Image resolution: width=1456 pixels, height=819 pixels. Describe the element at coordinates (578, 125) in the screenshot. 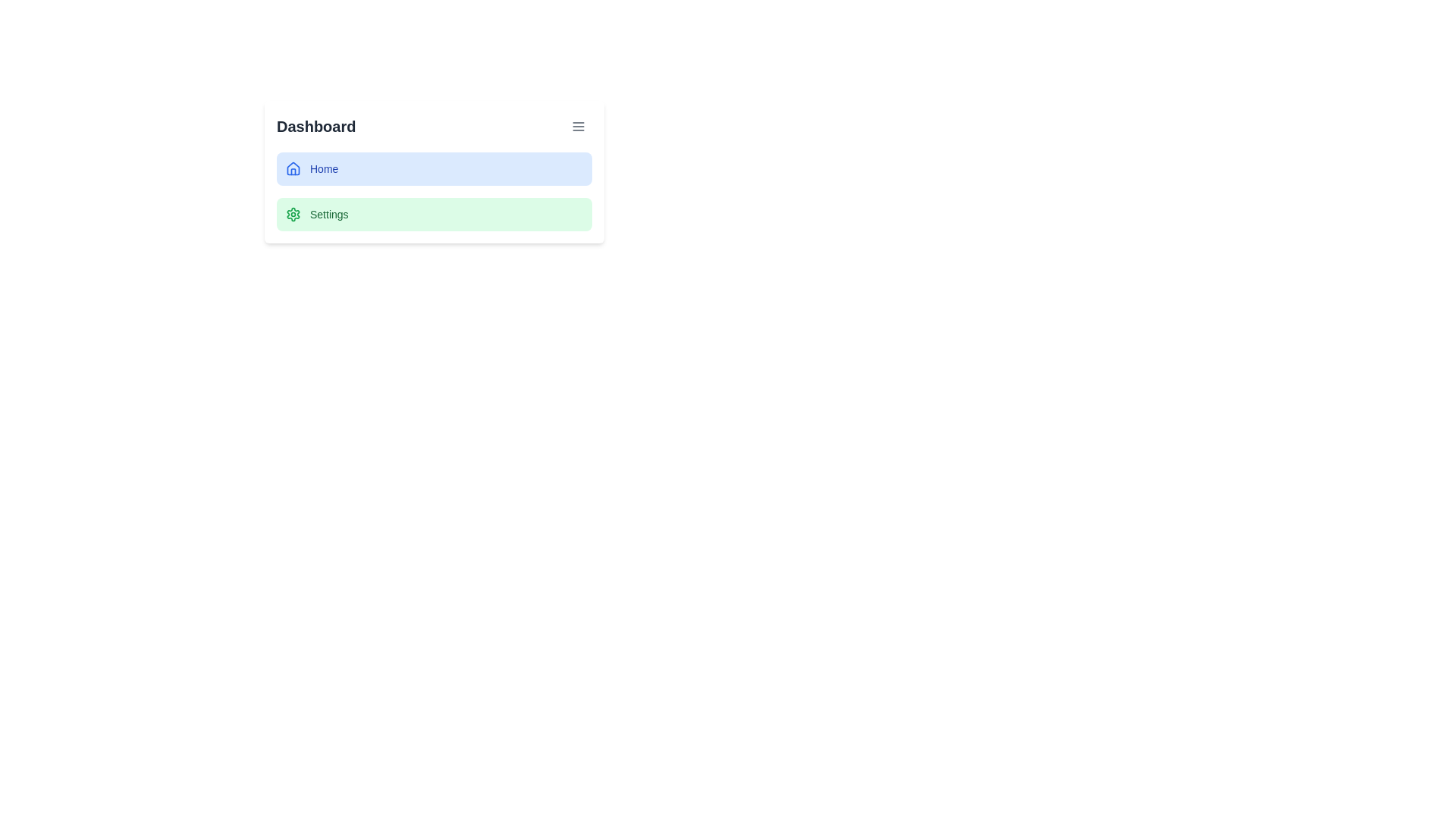

I see `the options icon located in the top-right corner of the 'Dashboard' content box` at that location.